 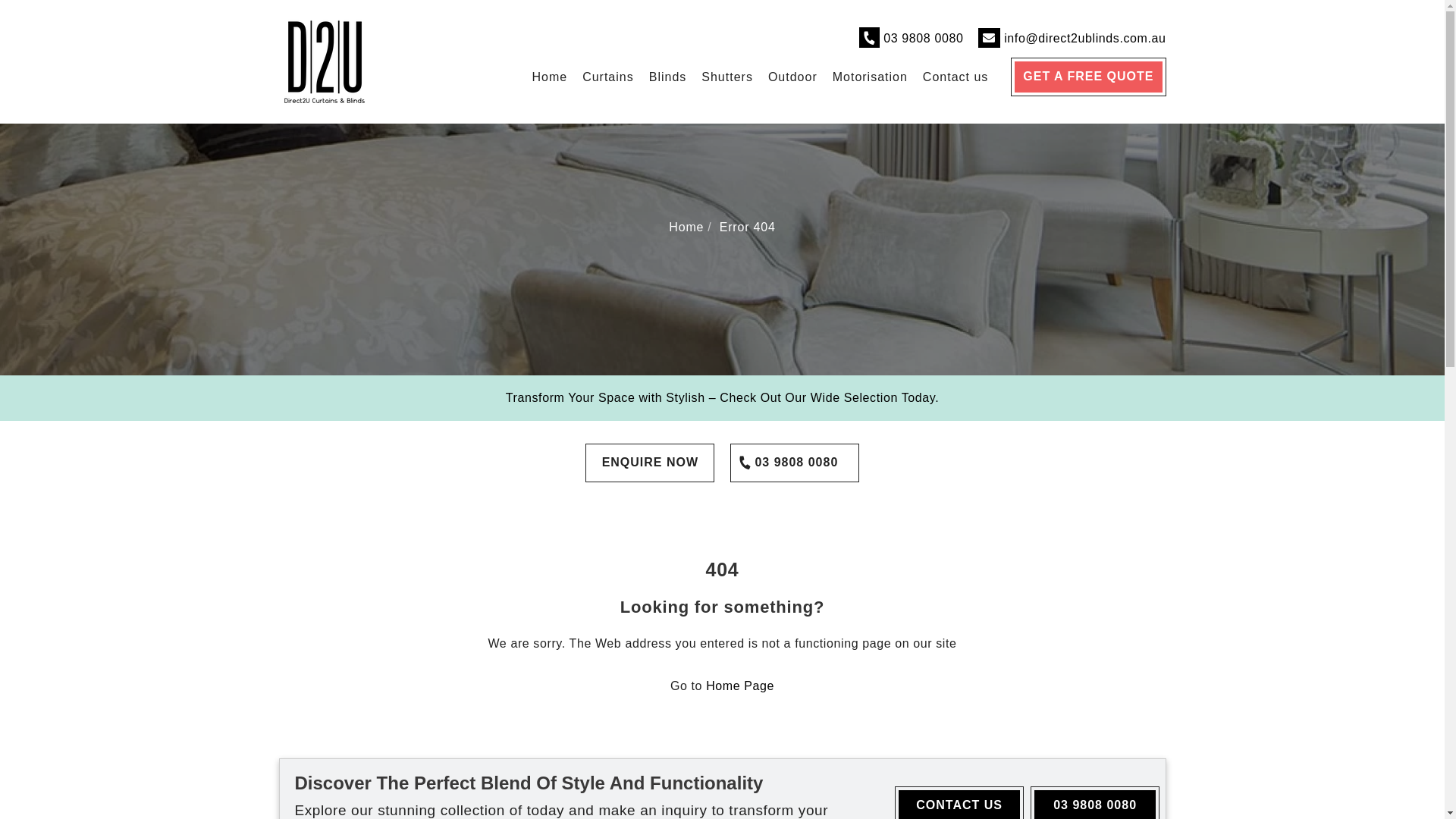 I want to click on 'Home', so click(x=686, y=227).